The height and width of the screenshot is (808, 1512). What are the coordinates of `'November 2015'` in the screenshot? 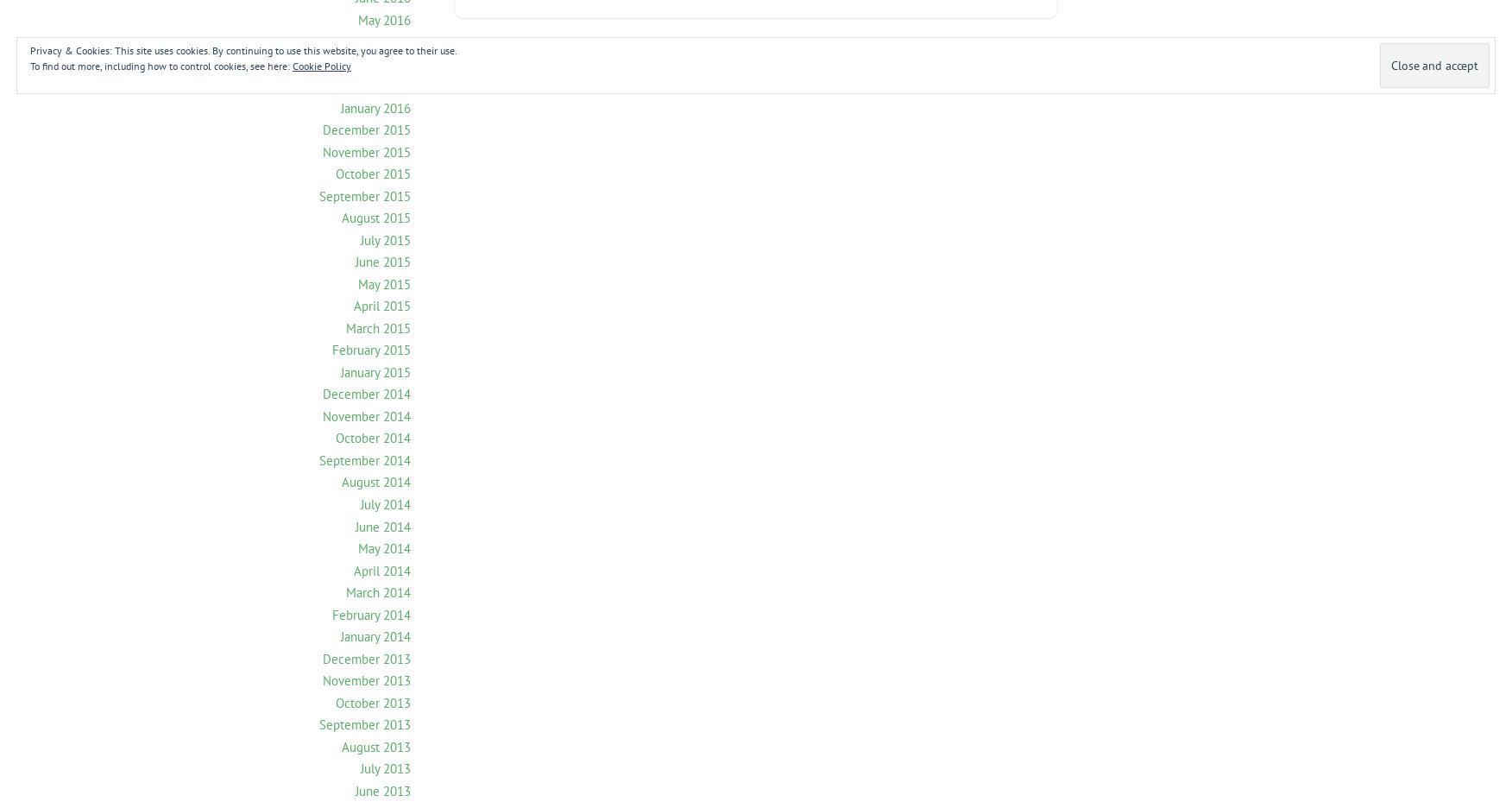 It's located at (366, 150).